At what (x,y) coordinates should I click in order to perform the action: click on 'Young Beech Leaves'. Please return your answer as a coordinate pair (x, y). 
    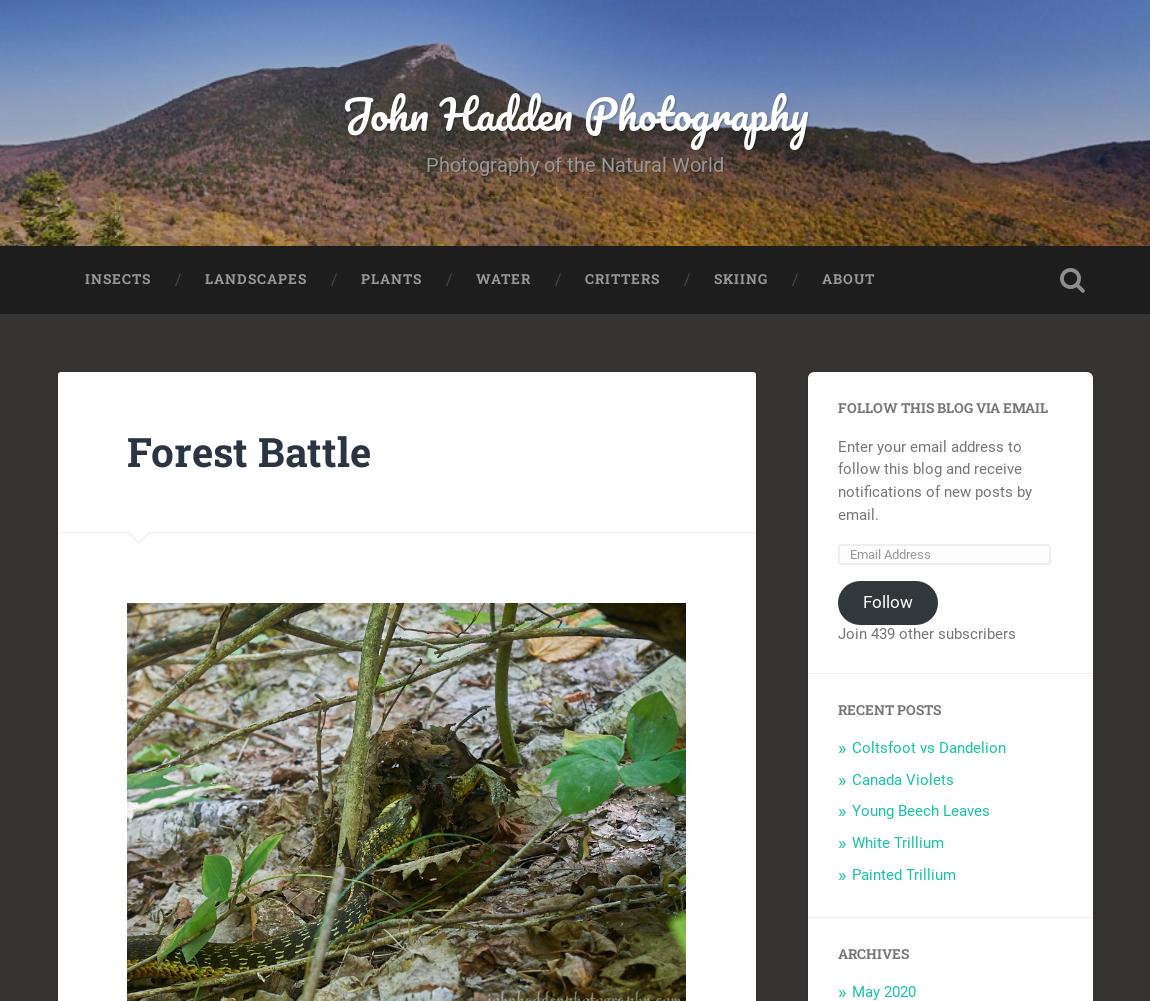
    Looking at the image, I should click on (920, 810).